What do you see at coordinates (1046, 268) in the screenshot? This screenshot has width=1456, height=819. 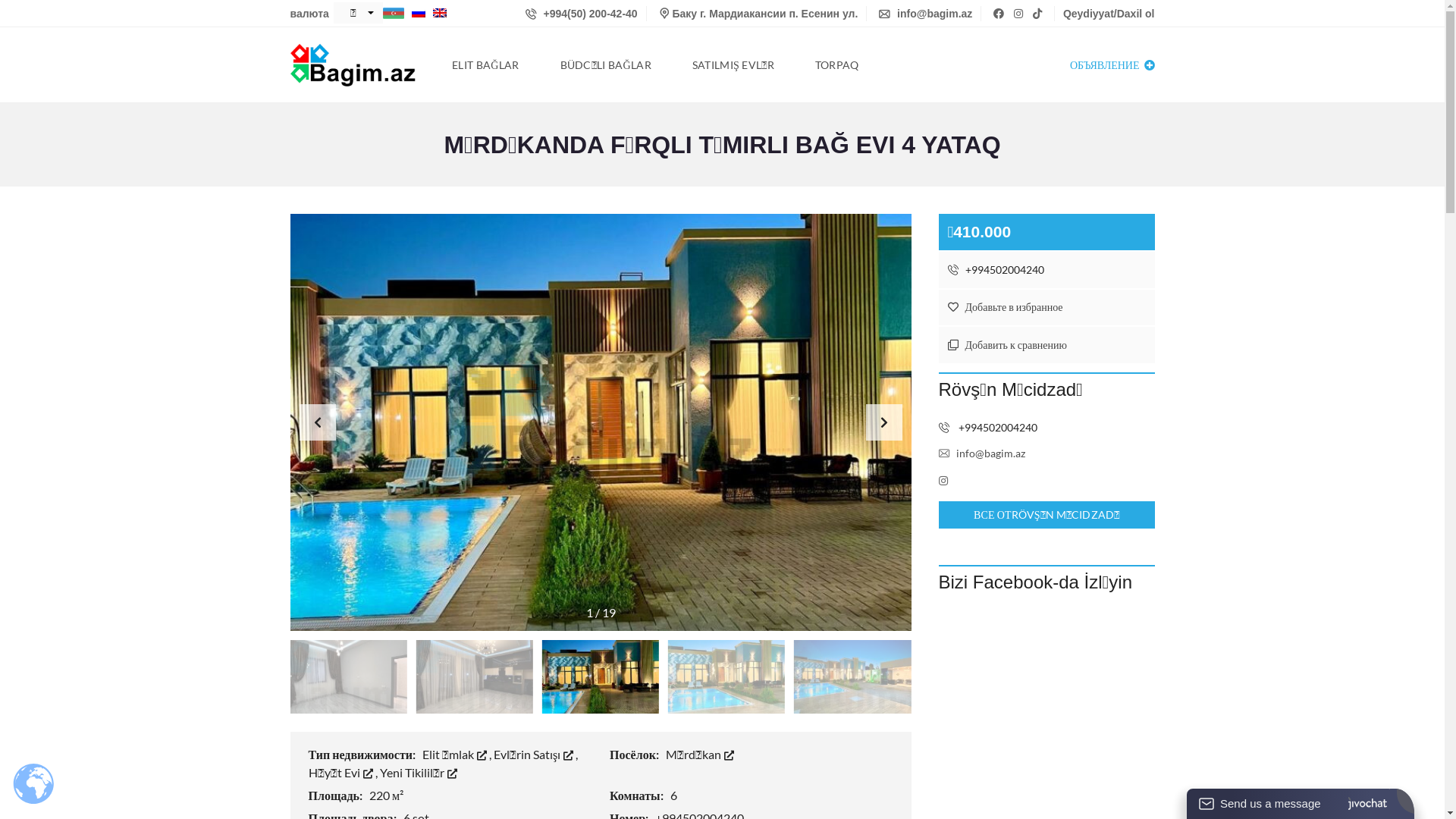 I see `'+994502004240'` at bounding box center [1046, 268].